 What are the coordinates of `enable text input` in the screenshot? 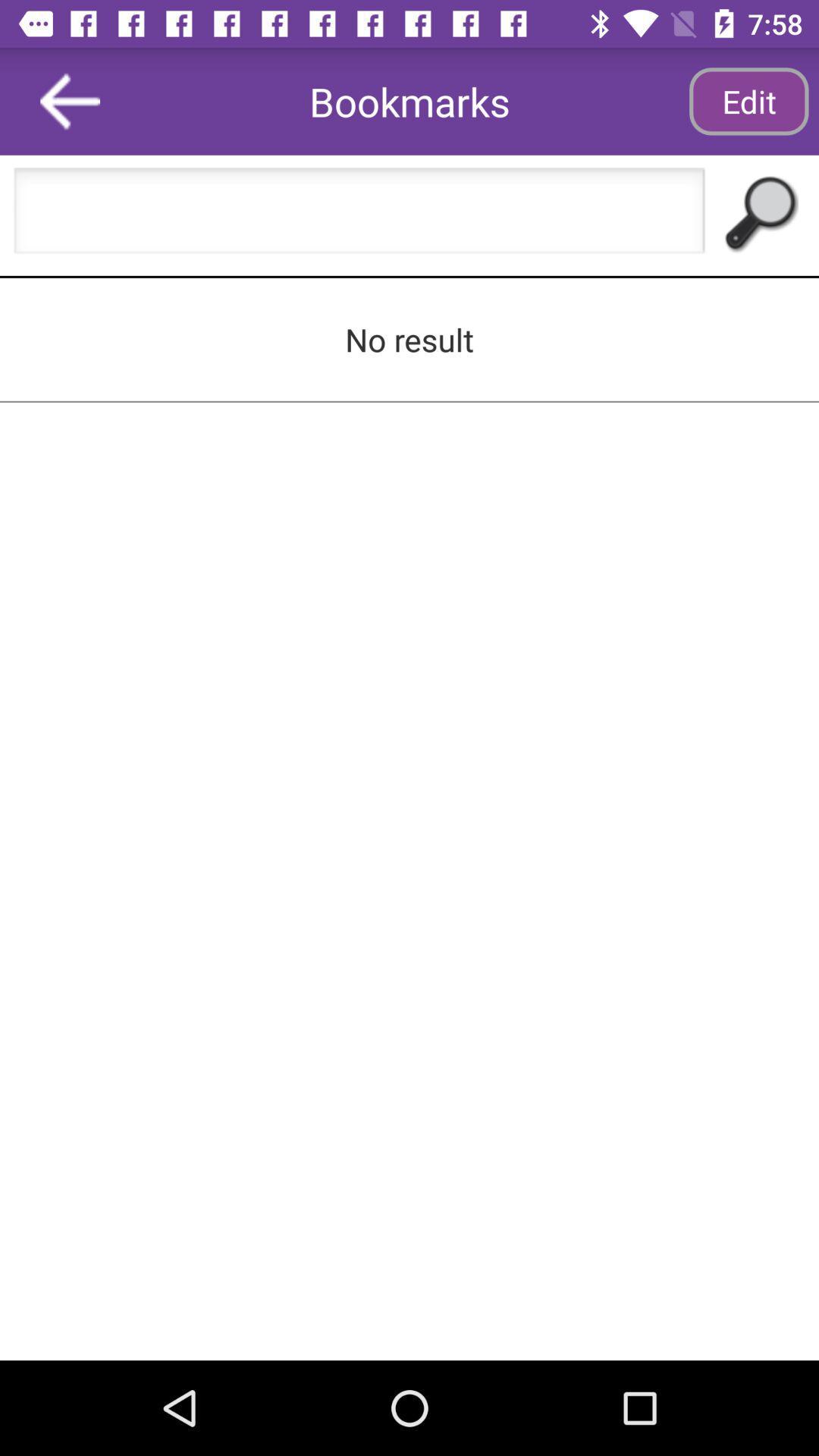 It's located at (359, 215).